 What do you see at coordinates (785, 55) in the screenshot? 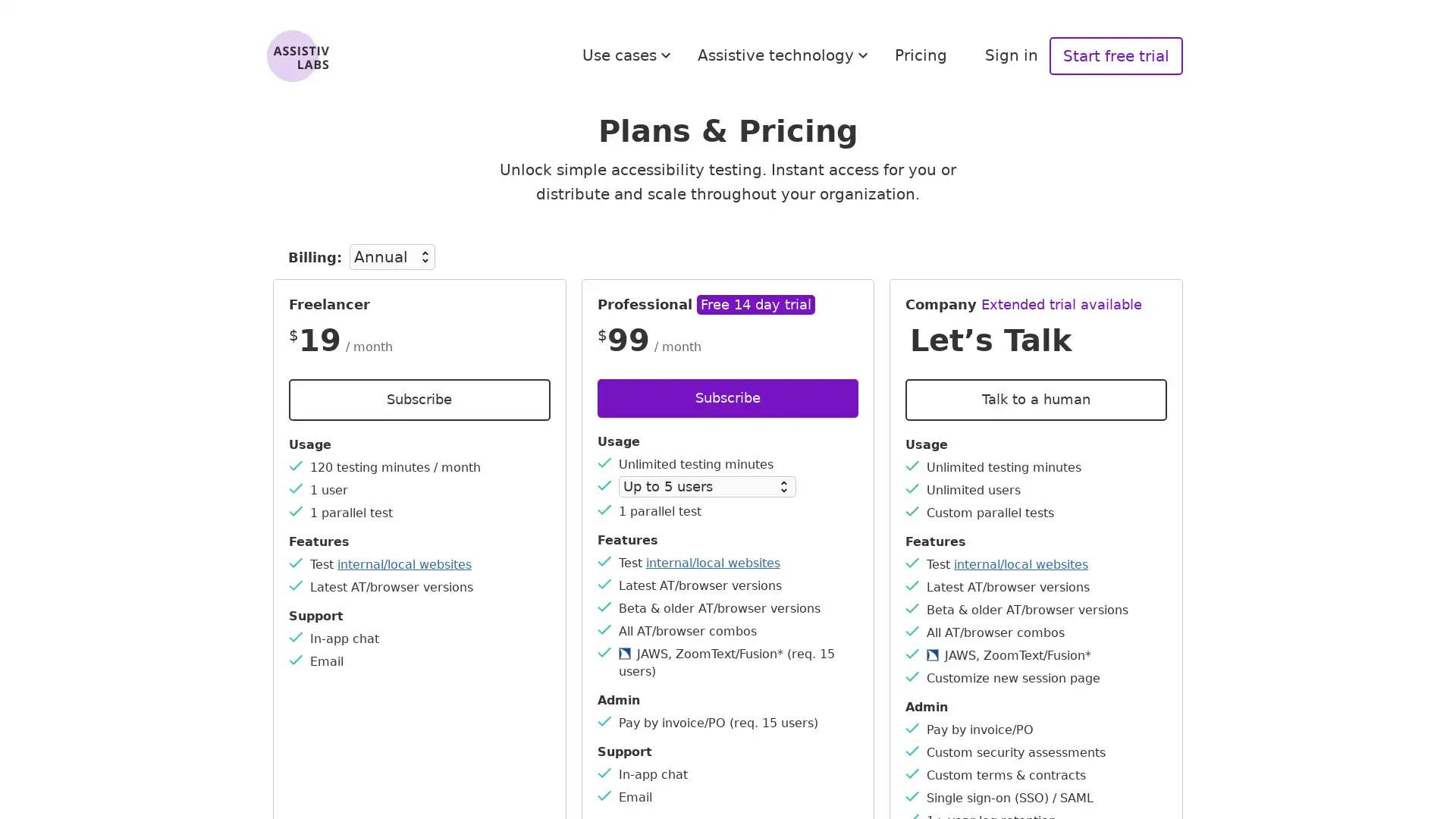
I see `Assistive technology` at bounding box center [785, 55].